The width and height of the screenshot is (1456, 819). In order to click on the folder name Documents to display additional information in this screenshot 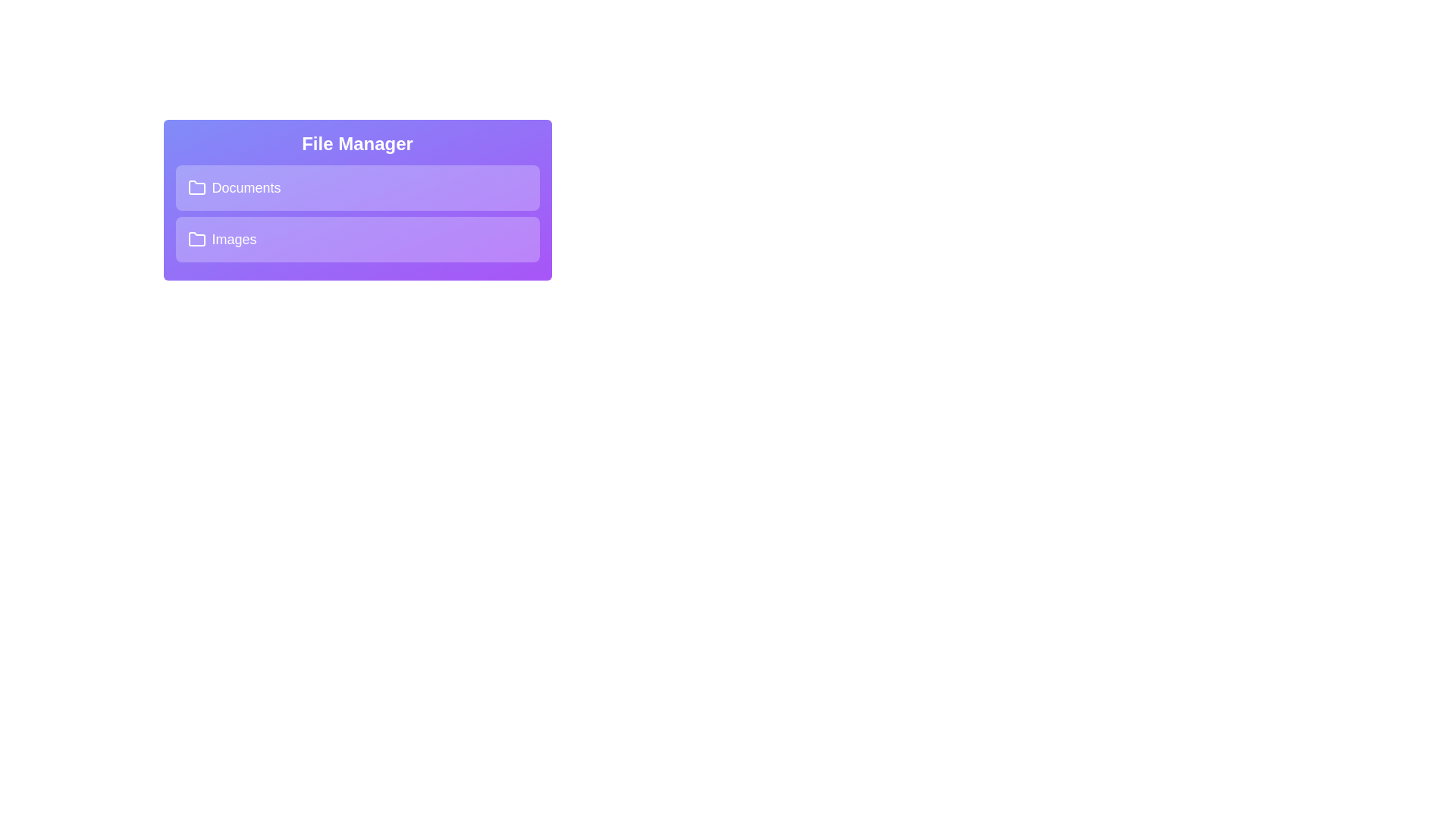, I will do `click(356, 187)`.